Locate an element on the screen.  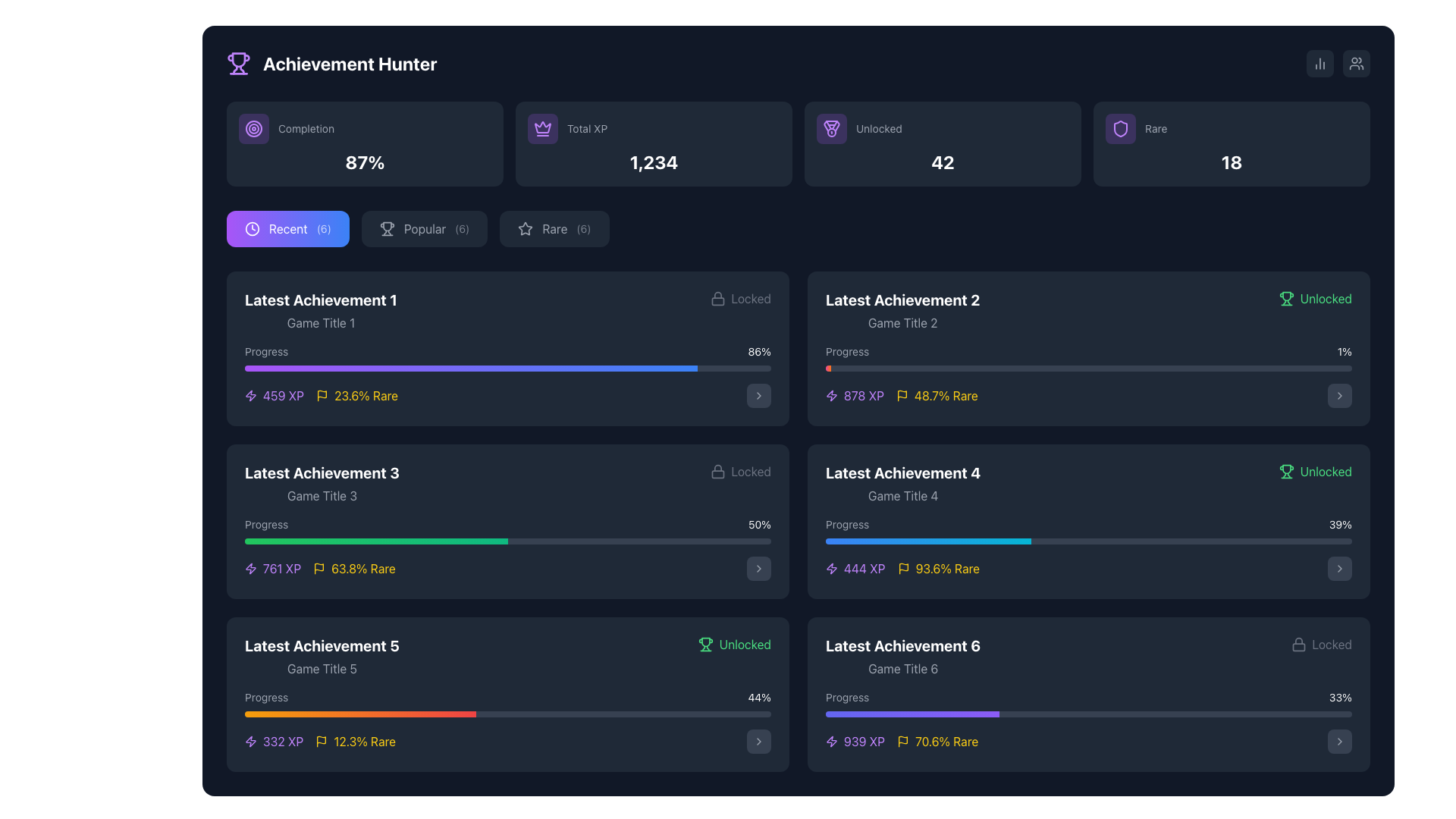
the energy/activity icon located near the bottom-right corner of the interface, beneath the 'Unlocked' status marker of 'Latest Achievement 4' is located at coordinates (831, 568).